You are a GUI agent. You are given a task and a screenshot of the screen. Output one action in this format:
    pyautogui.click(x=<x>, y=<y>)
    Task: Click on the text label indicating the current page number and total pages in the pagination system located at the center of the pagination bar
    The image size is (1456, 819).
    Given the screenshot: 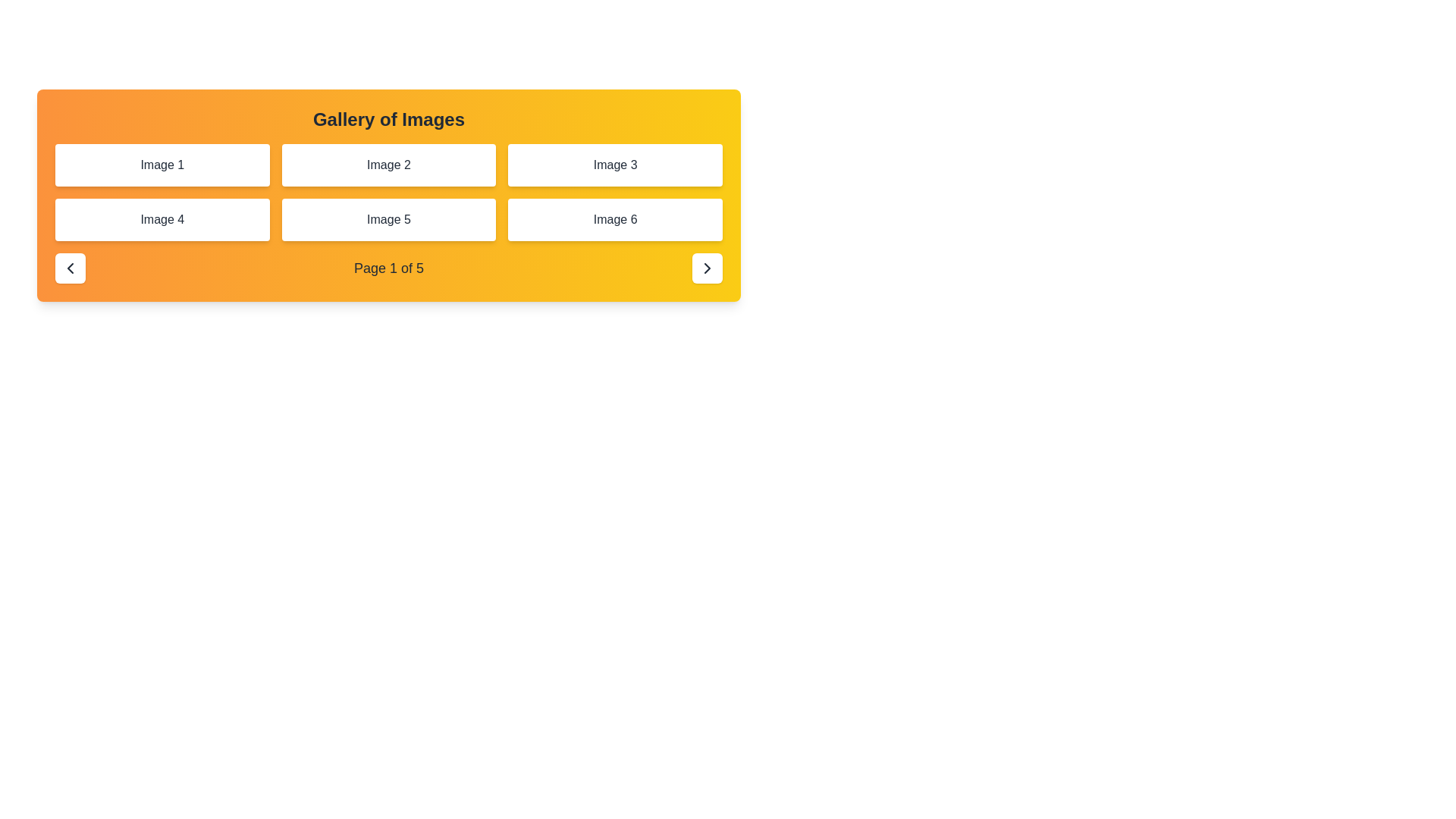 What is the action you would take?
    pyautogui.click(x=389, y=268)
    